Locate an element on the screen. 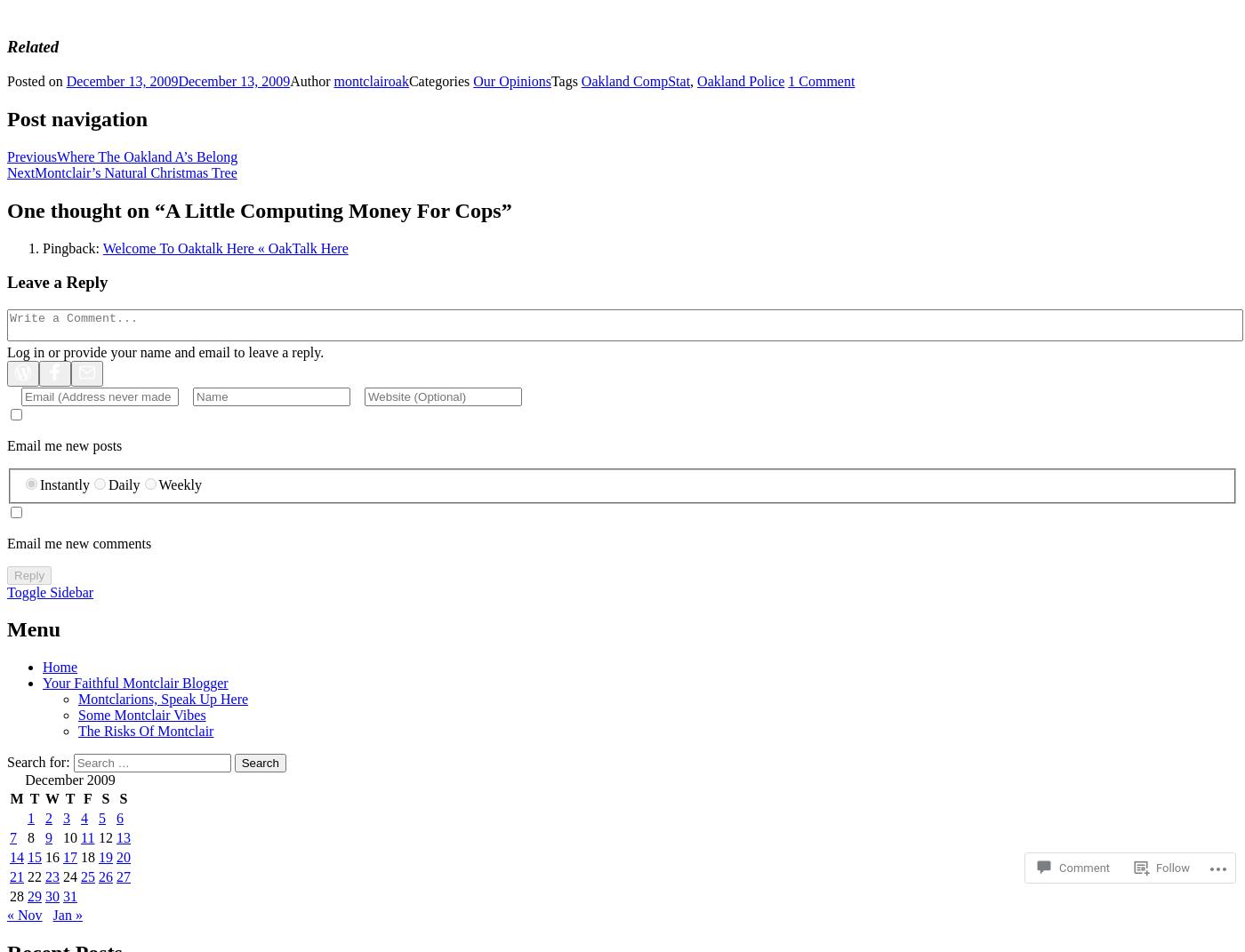 The image size is (1245, 952). 'Your Faithful Montclair Blogger' is located at coordinates (43, 682).